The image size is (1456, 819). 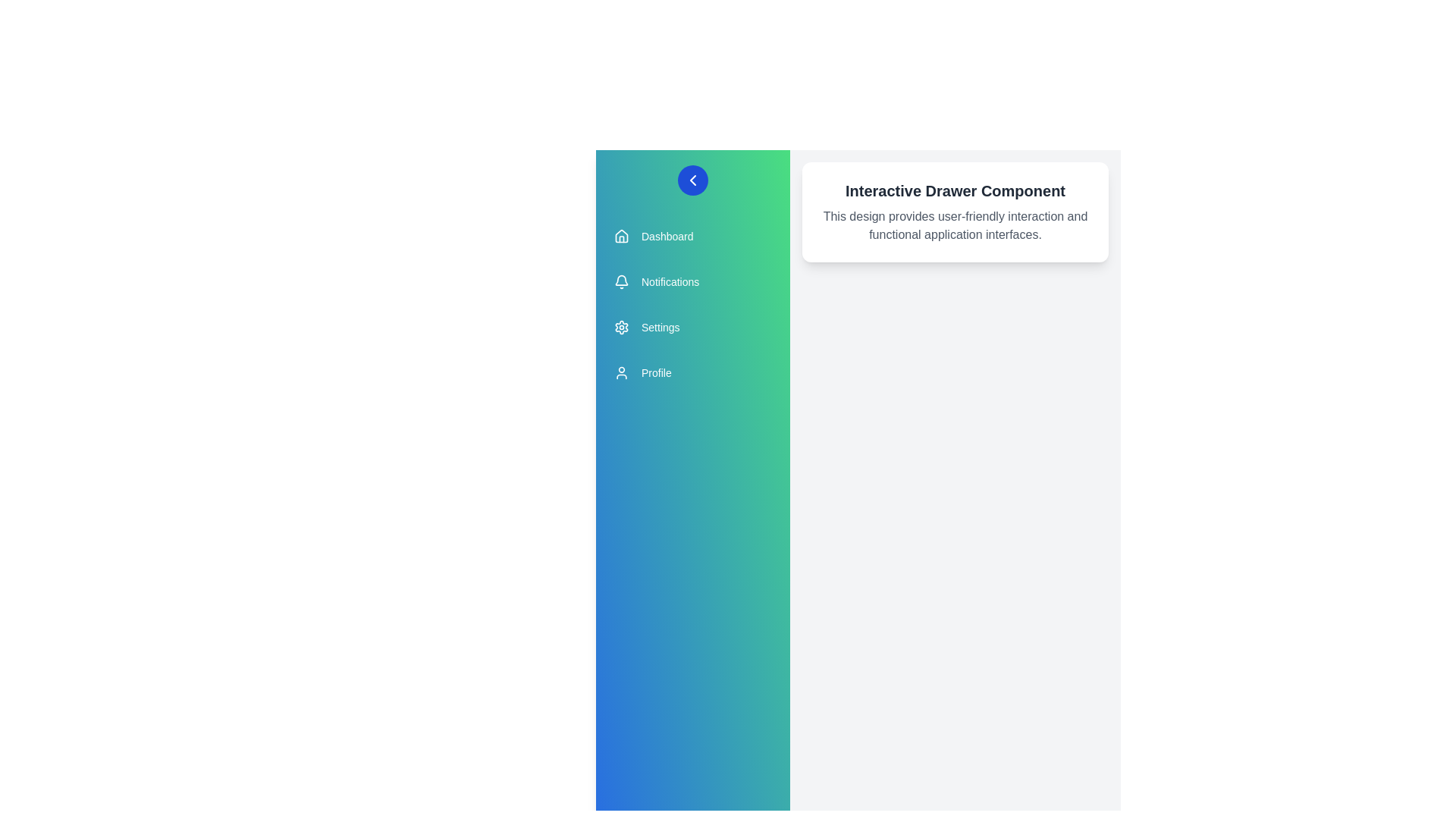 What do you see at coordinates (692, 237) in the screenshot?
I see `the menu item Dashboard from the drawer` at bounding box center [692, 237].